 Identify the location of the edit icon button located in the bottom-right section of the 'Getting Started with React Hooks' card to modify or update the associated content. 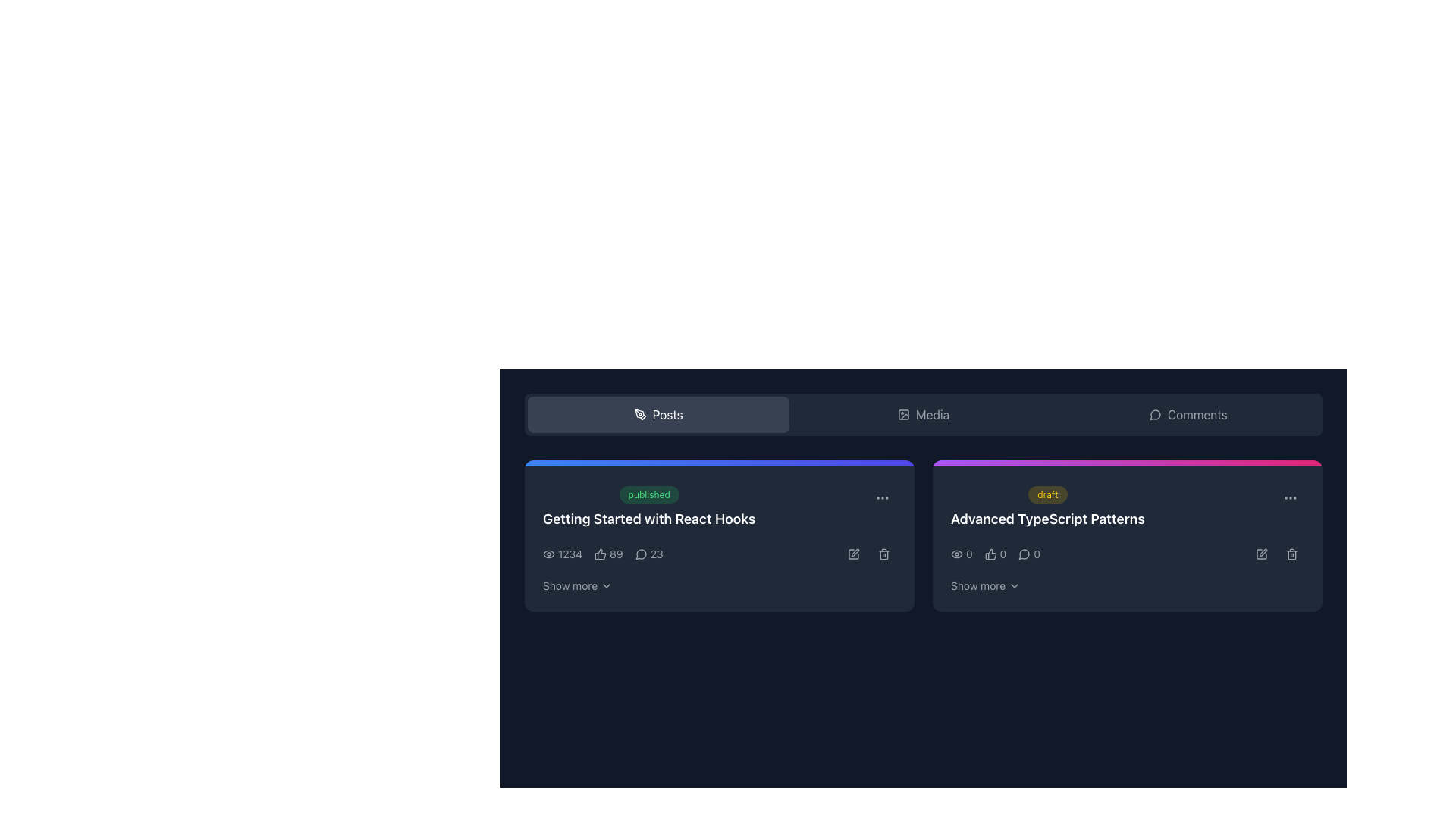
(855, 553).